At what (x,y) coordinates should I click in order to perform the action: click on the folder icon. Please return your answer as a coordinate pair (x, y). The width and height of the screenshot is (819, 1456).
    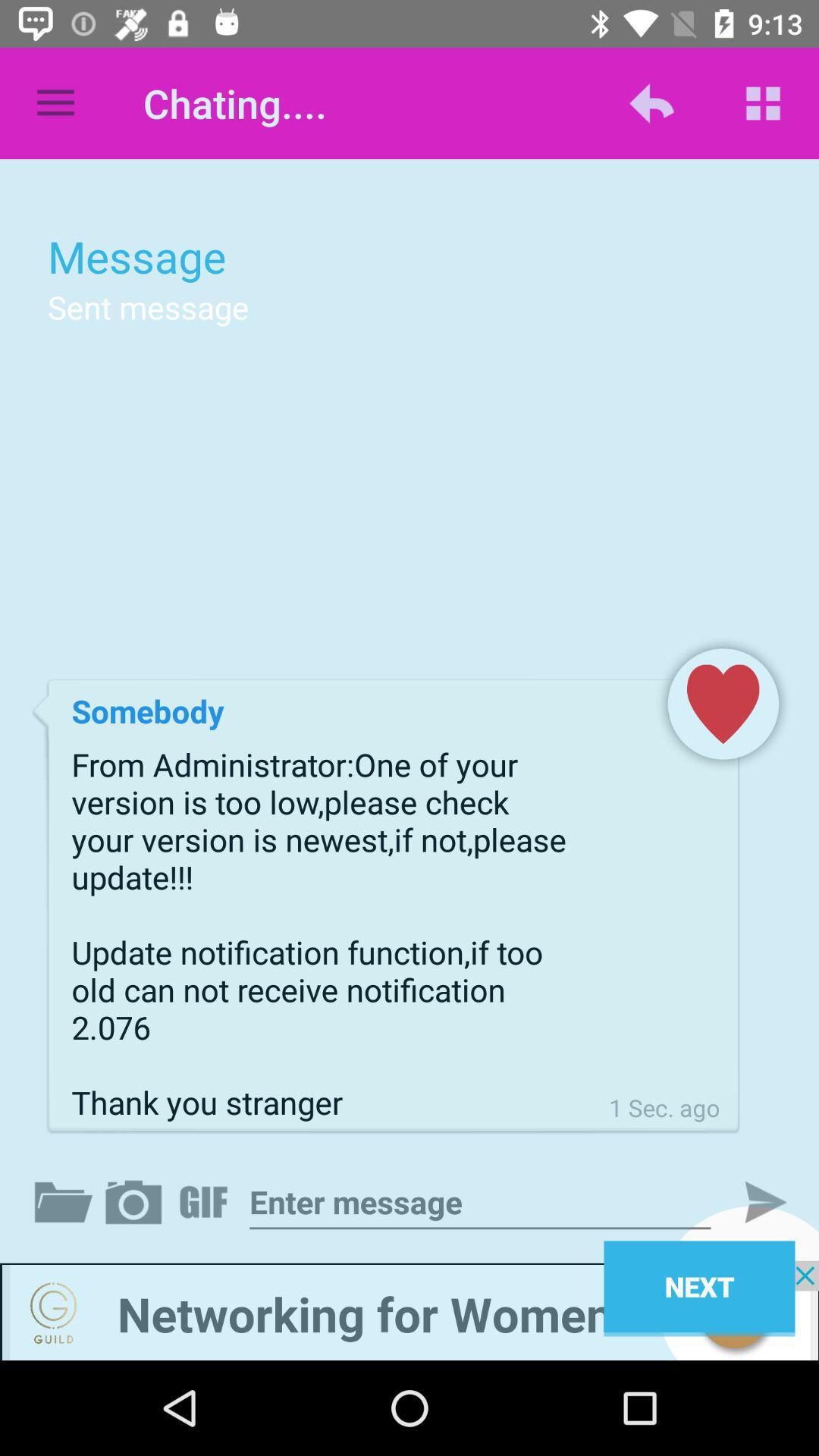
    Looking at the image, I should click on (66, 1201).